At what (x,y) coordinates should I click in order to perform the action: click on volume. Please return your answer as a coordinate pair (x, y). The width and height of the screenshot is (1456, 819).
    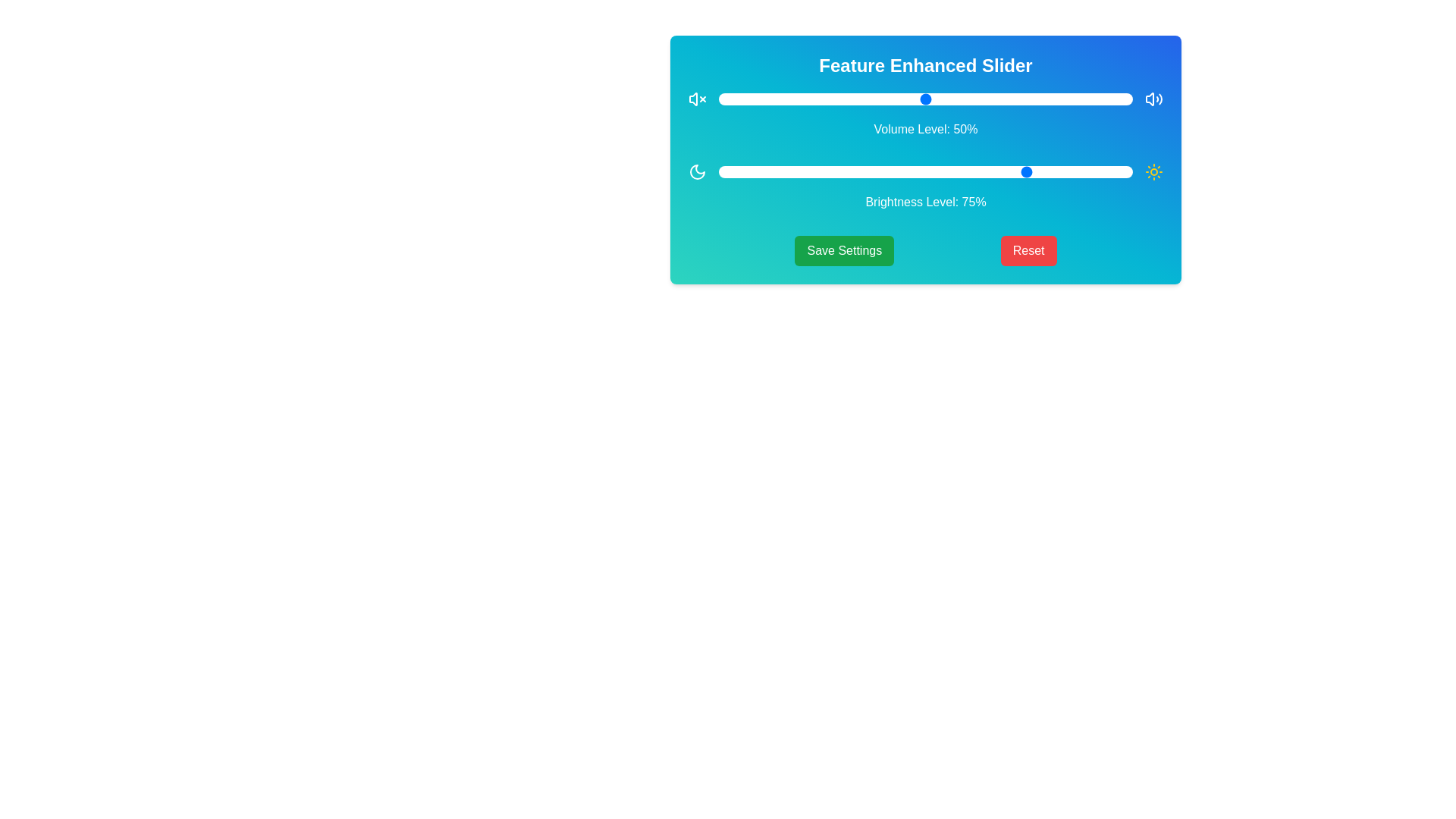
    Looking at the image, I should click on (1100, 99).